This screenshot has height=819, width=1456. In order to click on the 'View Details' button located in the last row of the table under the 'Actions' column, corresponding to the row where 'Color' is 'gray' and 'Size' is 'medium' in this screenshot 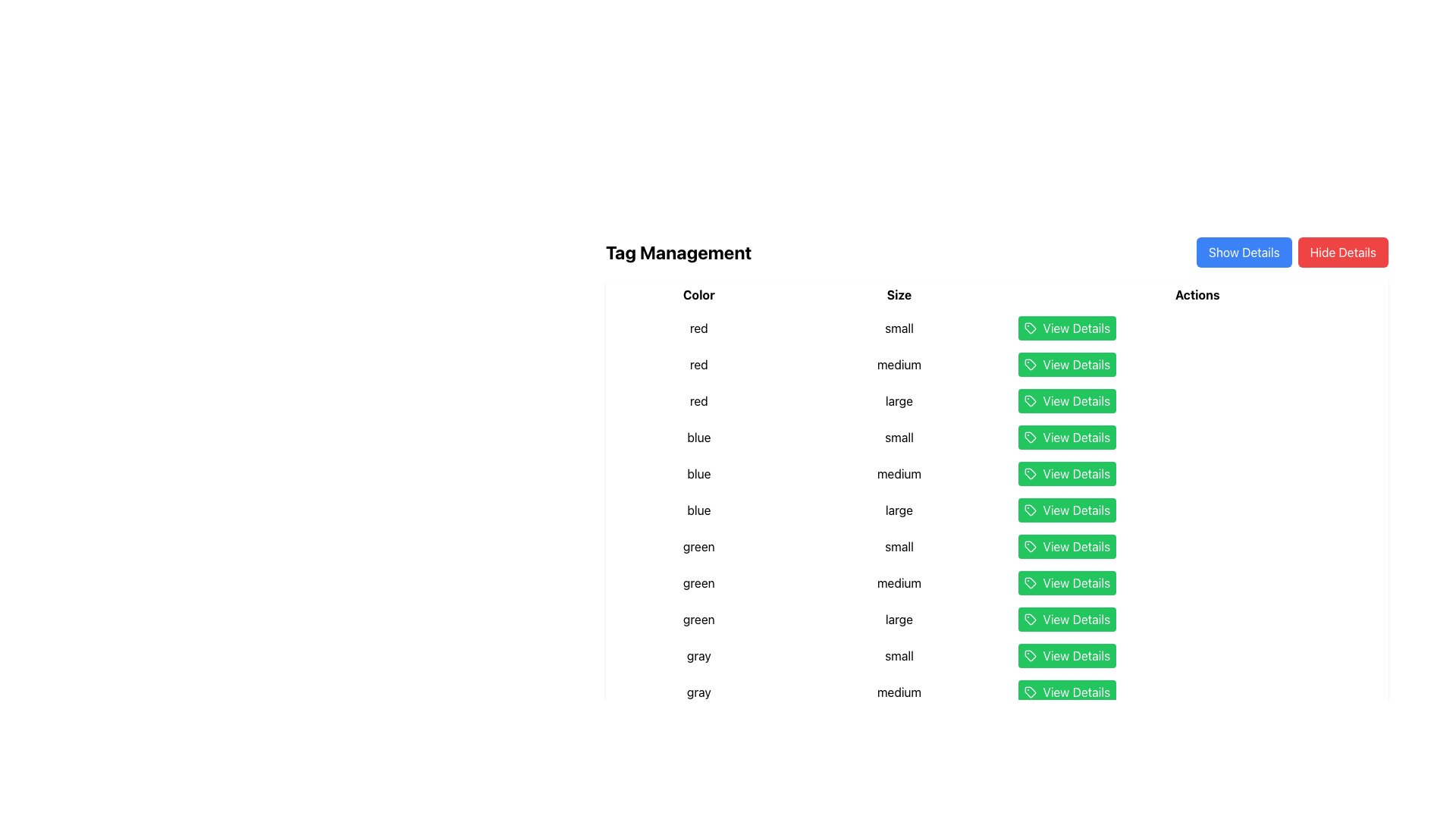, I will do `click(1066, 692)`.